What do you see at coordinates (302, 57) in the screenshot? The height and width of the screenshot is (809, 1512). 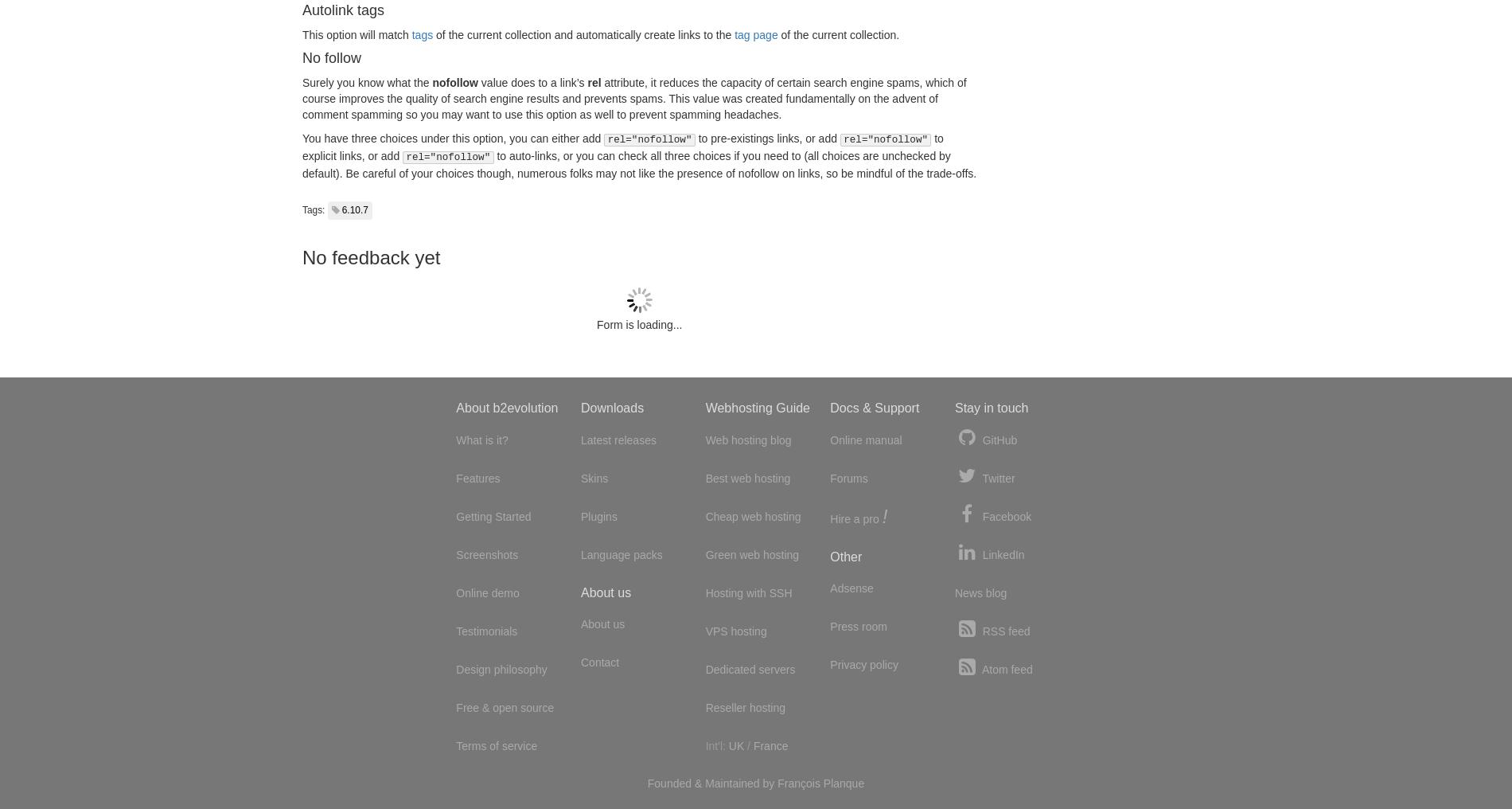 I see `'No follow'` at bounding box center [302, 57].